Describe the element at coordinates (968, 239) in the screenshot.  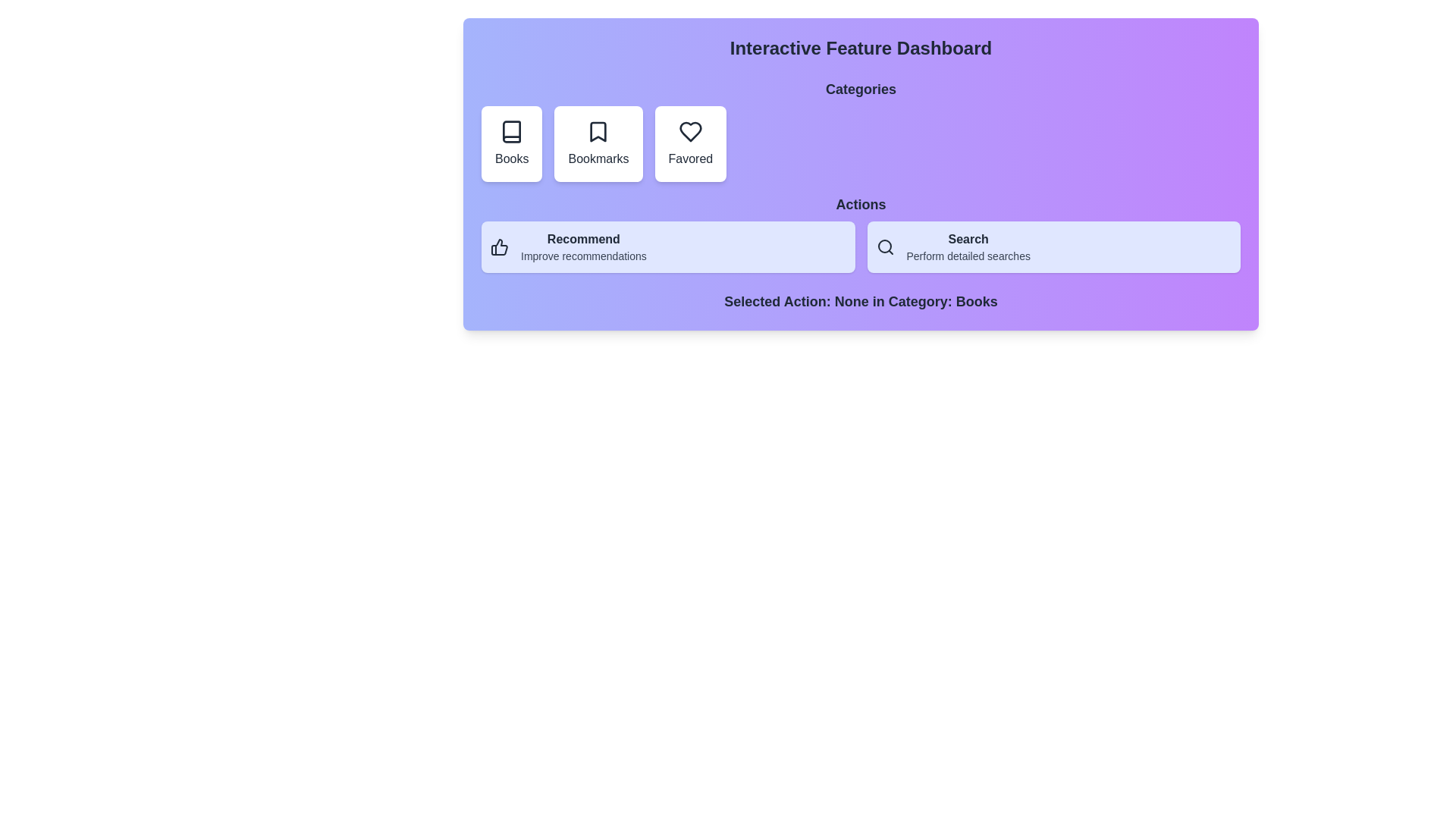
I see `the descriptive label for the interactive action or section that facilitates performing searches, located at the top portion of the light blue background rectangle in the 'Actions' area` at that location.